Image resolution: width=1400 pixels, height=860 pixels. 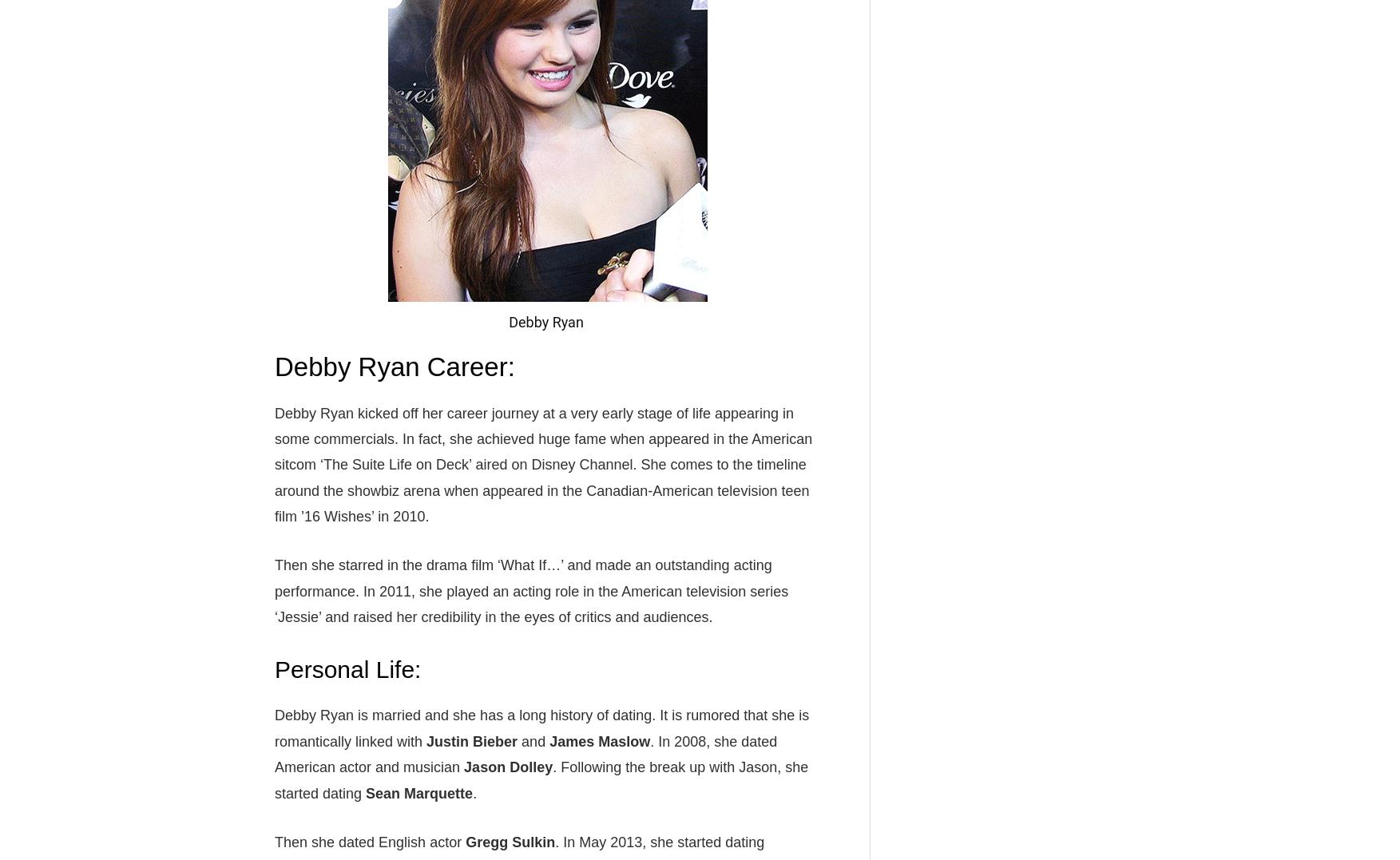 I want to click on 'Gregg Sulkin', so click(x=510, y=841).